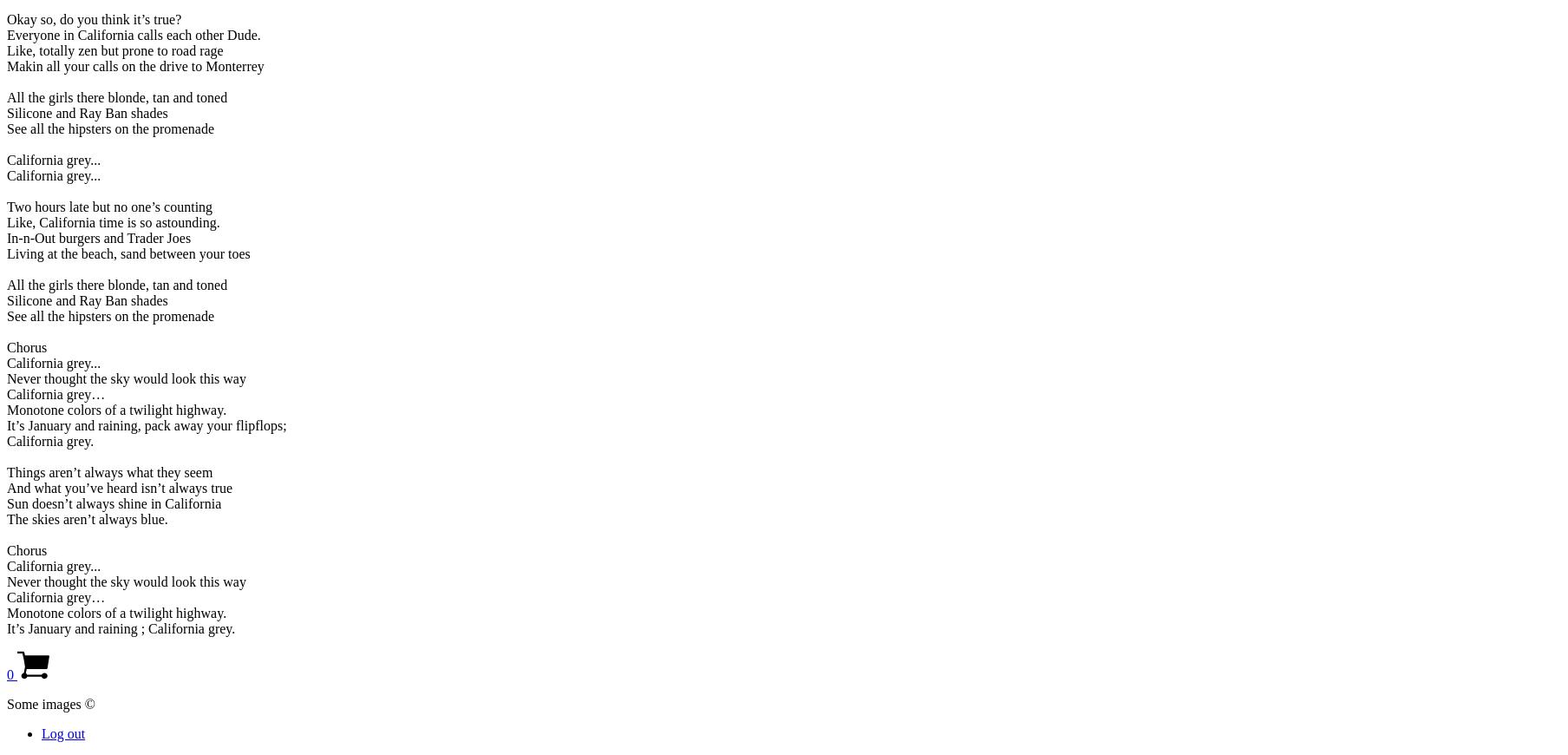 Image resolution: width=1568 pixels, height=755 pixels. I want to click on 'The skies aren’t always blue.', so click(86, 517).